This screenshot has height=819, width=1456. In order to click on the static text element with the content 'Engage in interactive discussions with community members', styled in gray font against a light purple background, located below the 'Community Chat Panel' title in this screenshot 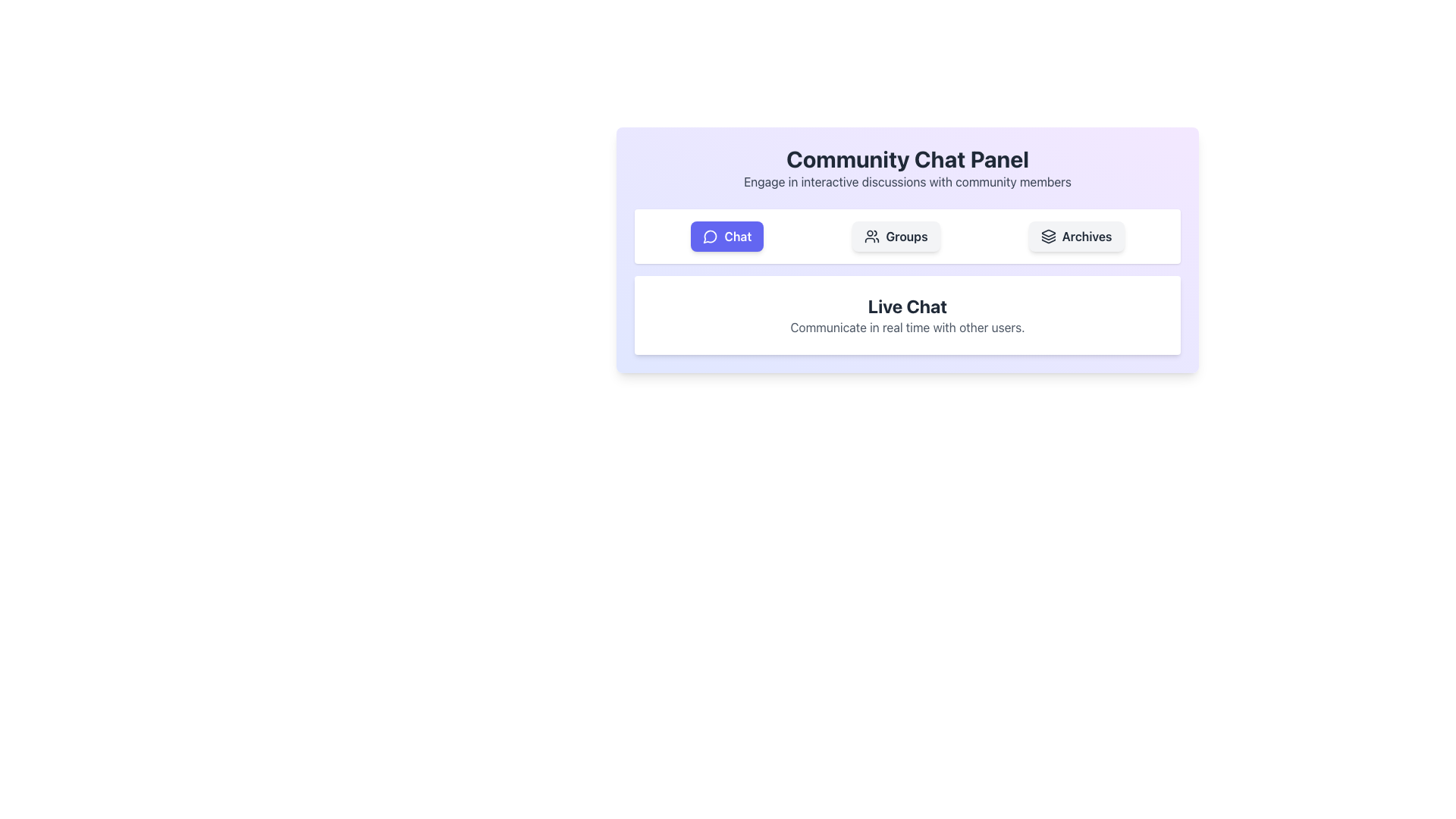, I will do `click(907, 180)`.